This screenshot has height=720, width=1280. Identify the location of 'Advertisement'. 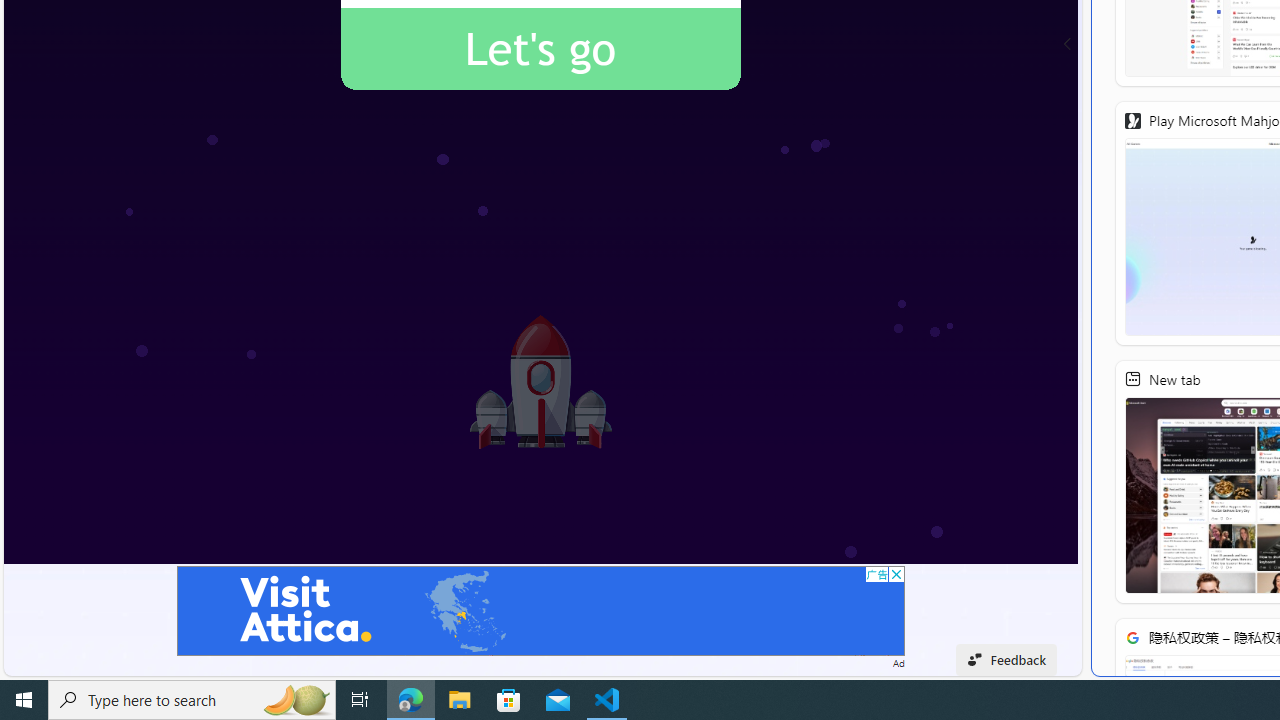
(540, 609).